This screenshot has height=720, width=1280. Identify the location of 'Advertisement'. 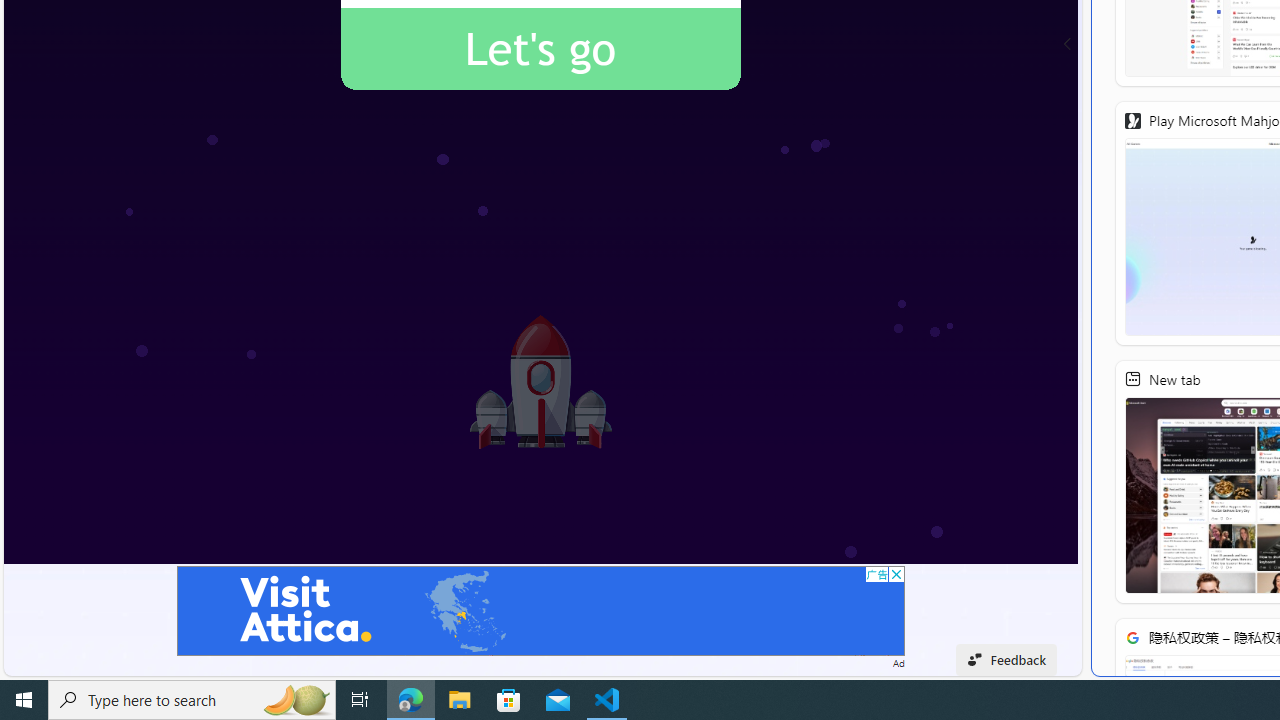
(540, 609).